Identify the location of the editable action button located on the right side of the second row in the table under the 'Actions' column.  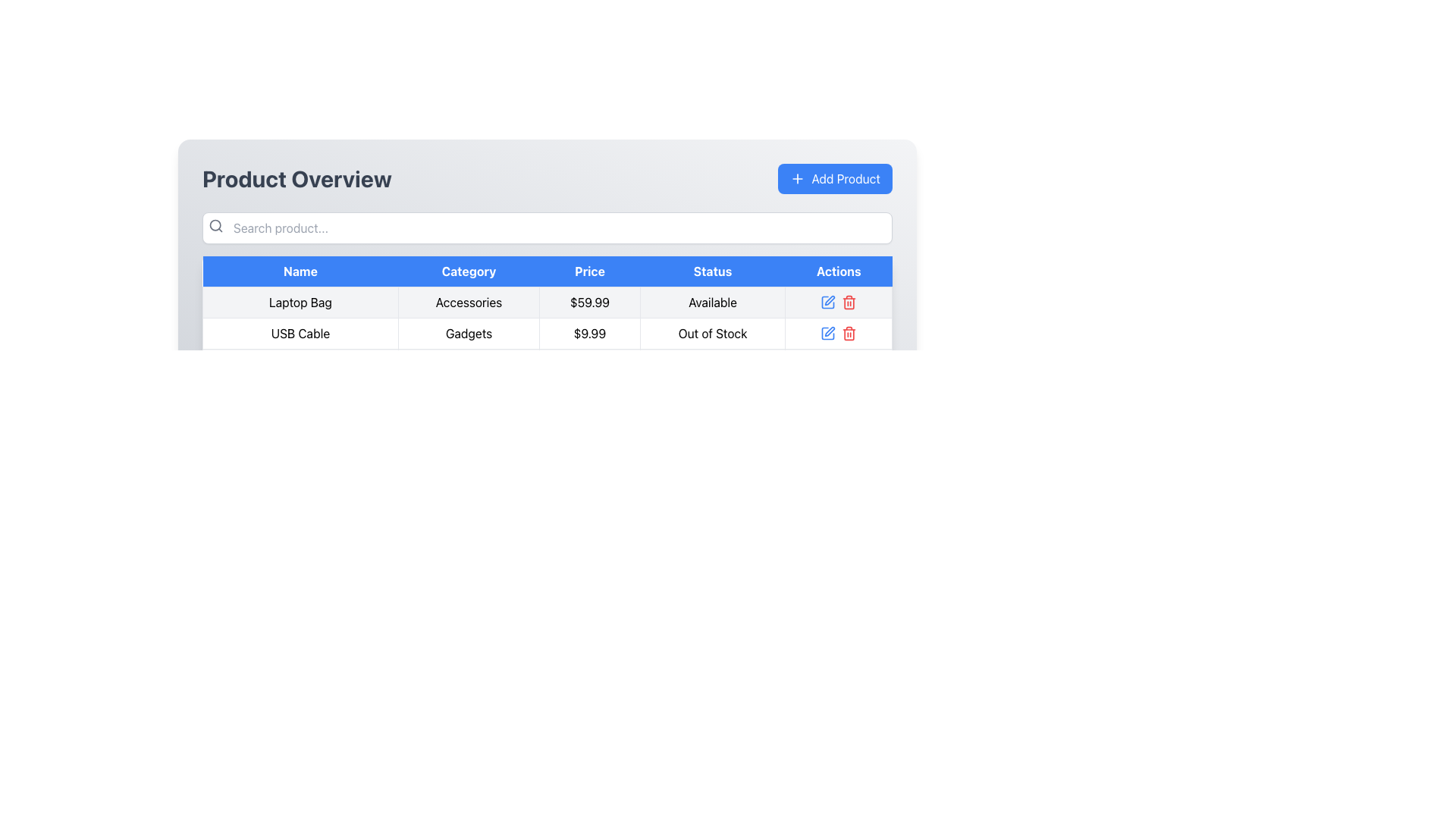
(827, 332).